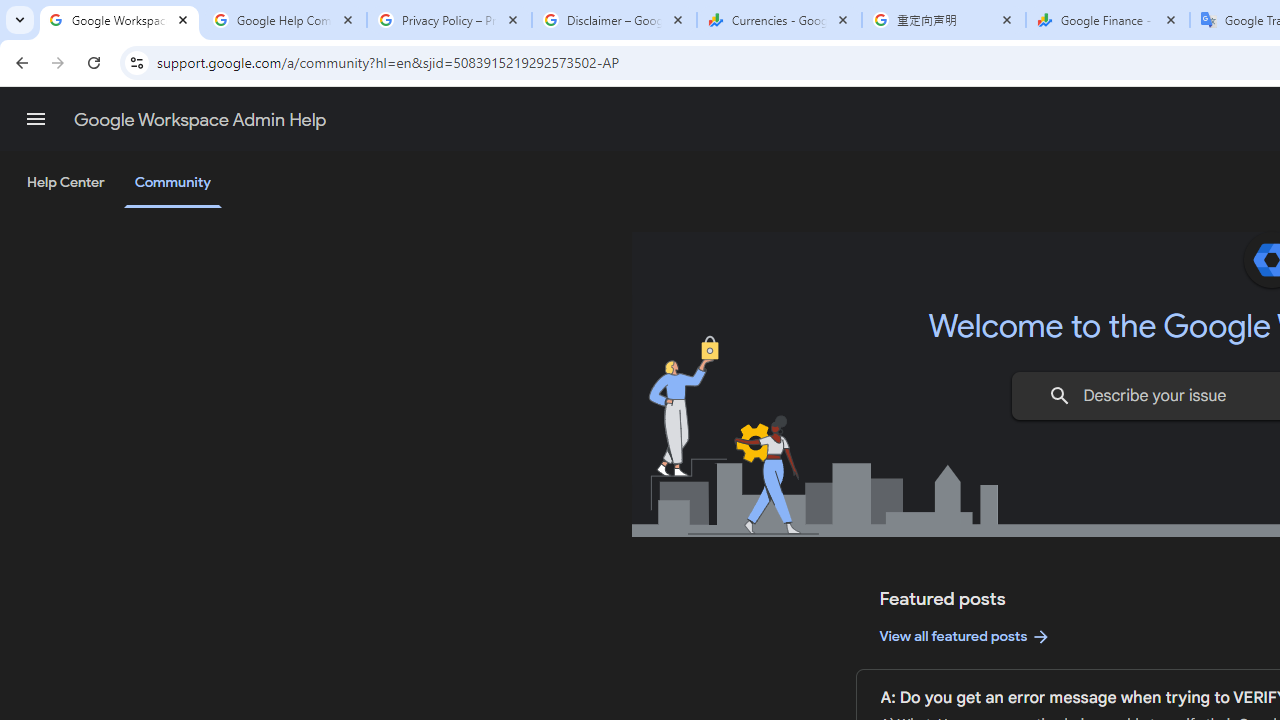  I want to click on 'Forward', so click(58, 61).